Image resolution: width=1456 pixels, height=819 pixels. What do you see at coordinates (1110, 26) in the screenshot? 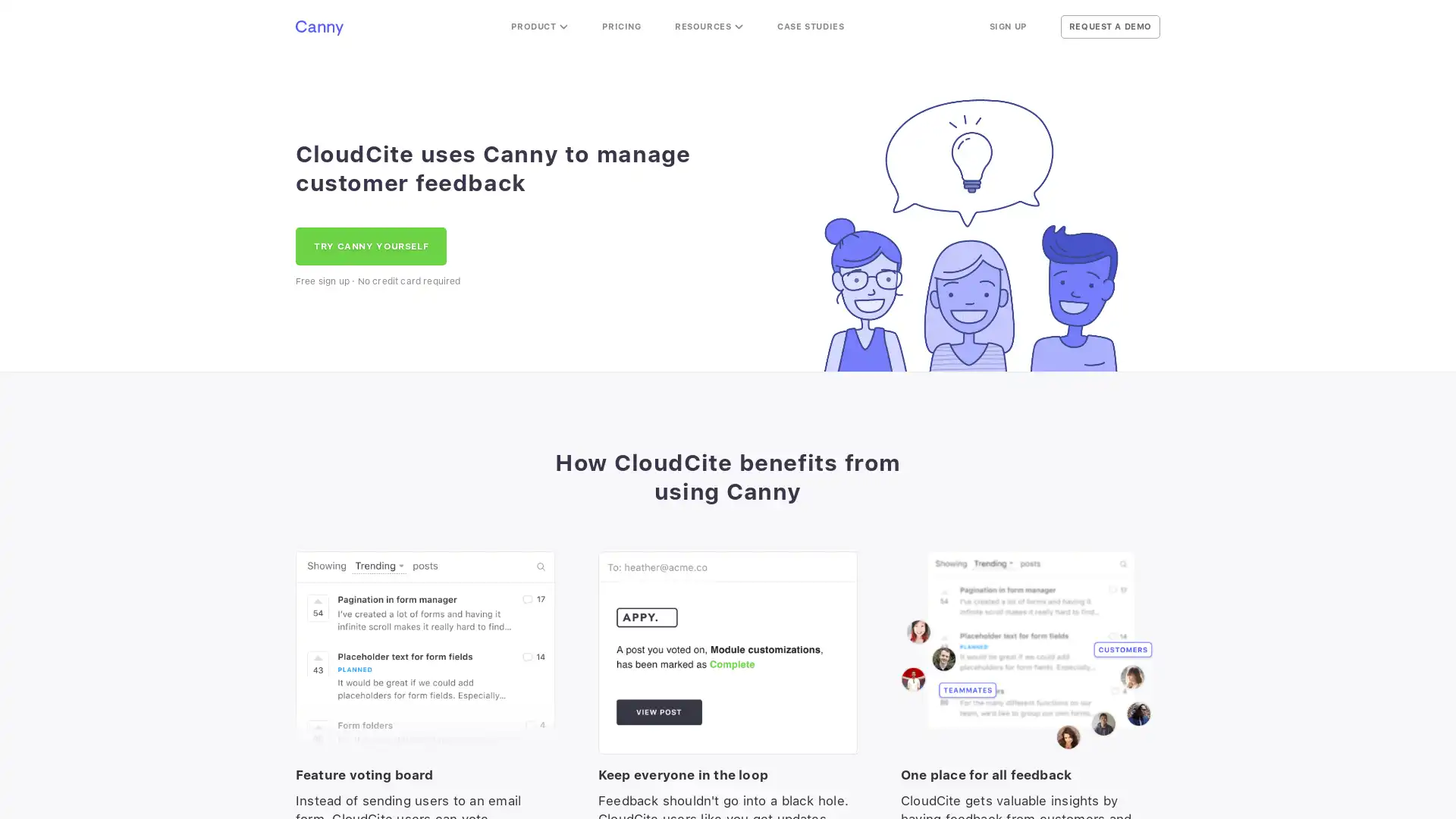
I see `REQUEST A DEMO` at bounding box center [1110, 26].